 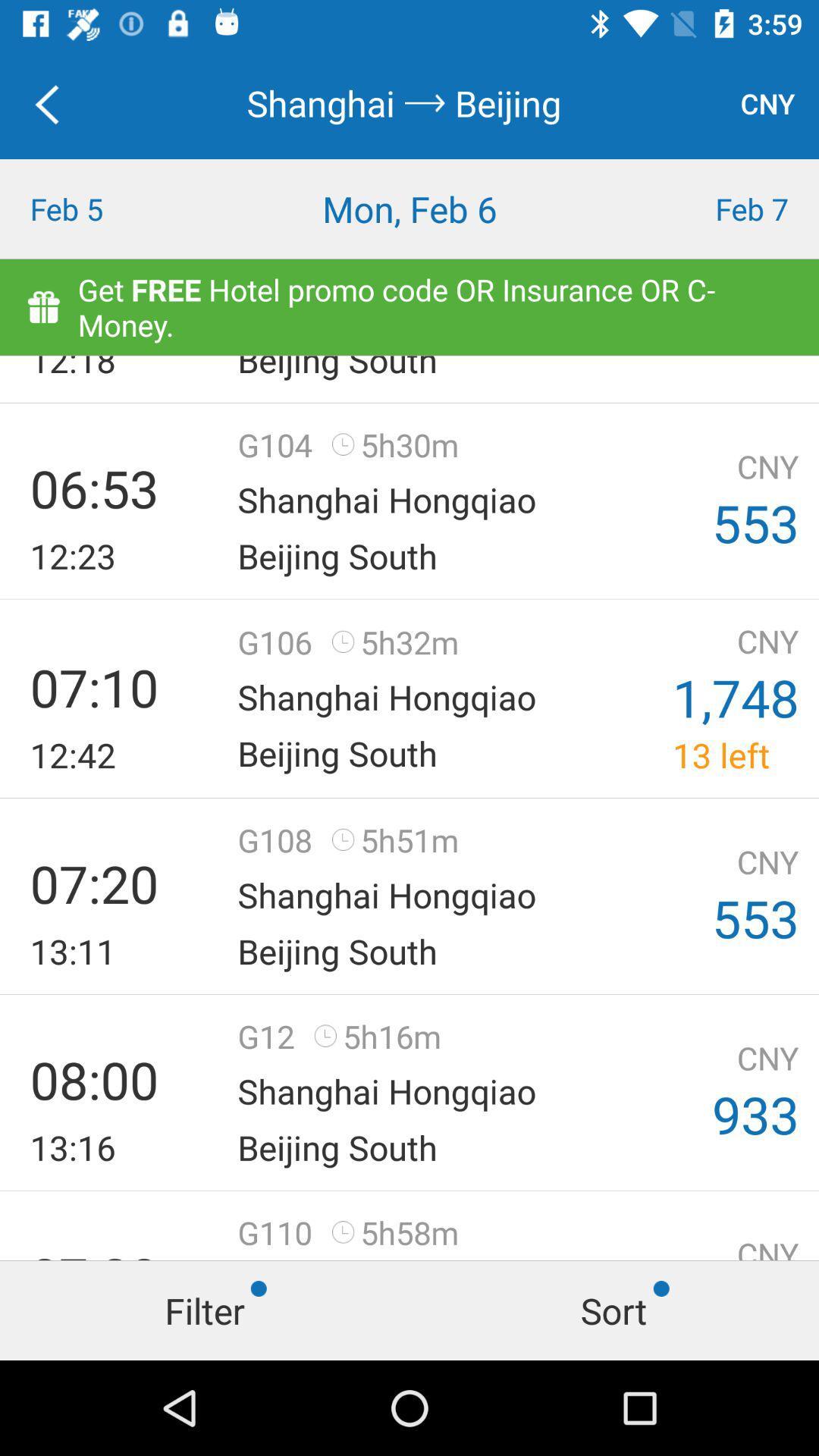 What do you see at coordinates (409, 208) in the screenshot?
I see `icon to the right of feb 5` at bounding box center [409, 208].